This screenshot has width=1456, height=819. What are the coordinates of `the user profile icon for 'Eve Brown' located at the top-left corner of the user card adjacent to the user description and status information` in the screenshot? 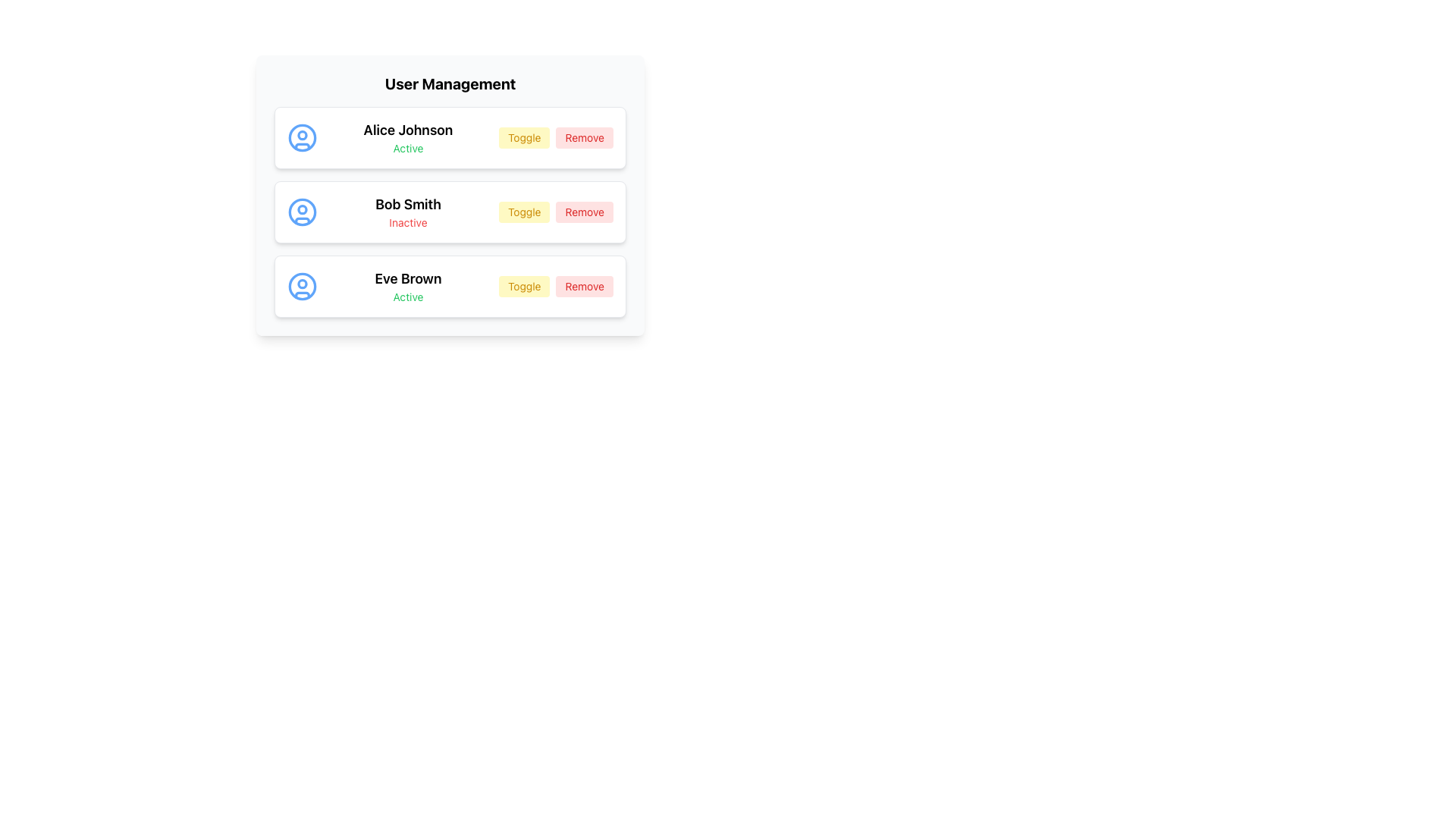 It's located at (302, 287).